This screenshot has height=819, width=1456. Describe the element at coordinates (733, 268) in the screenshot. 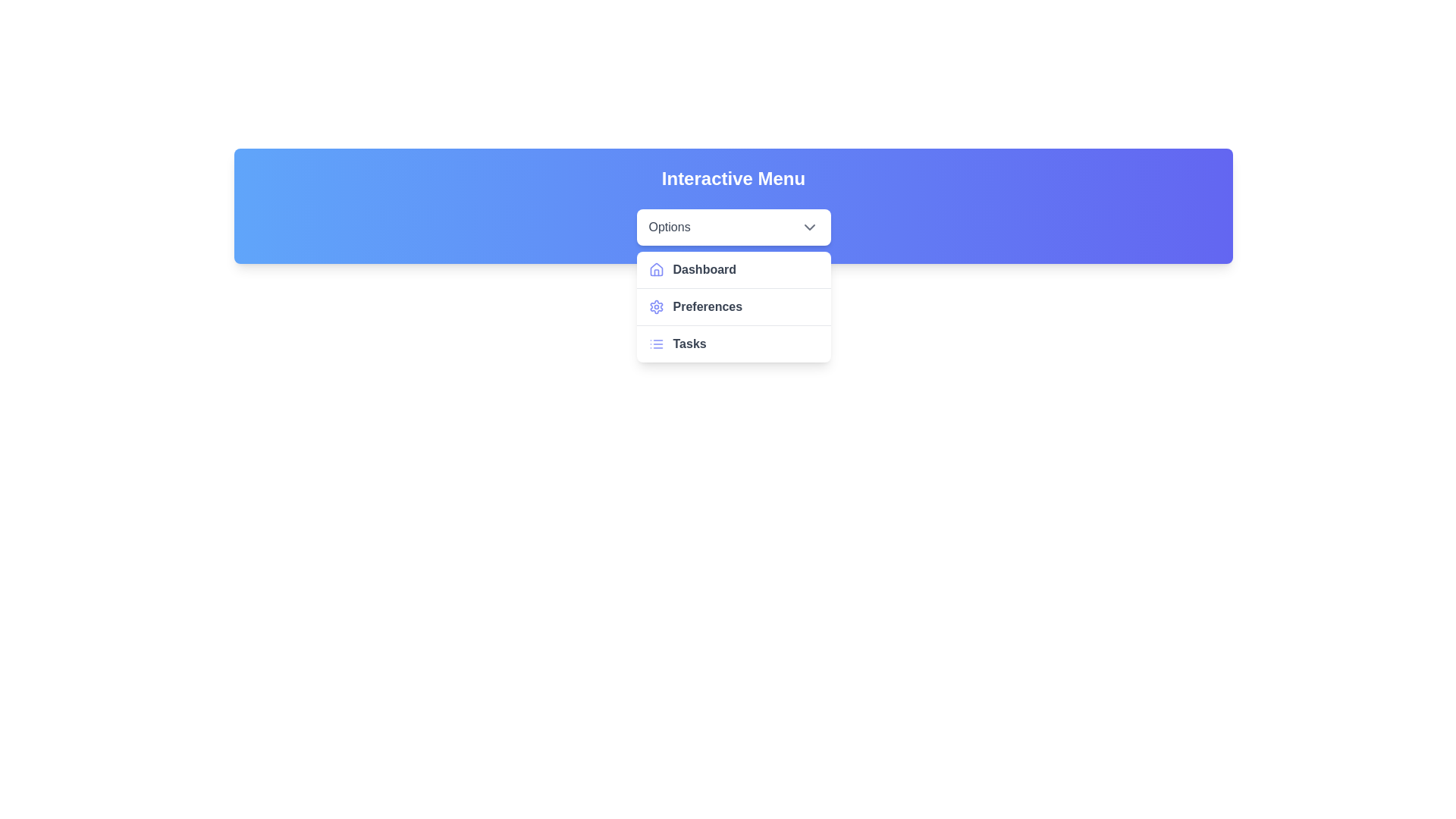

I see `the 'Dashboard' menu item, which is the first item under the 'Options' dropdown menu` at that location.